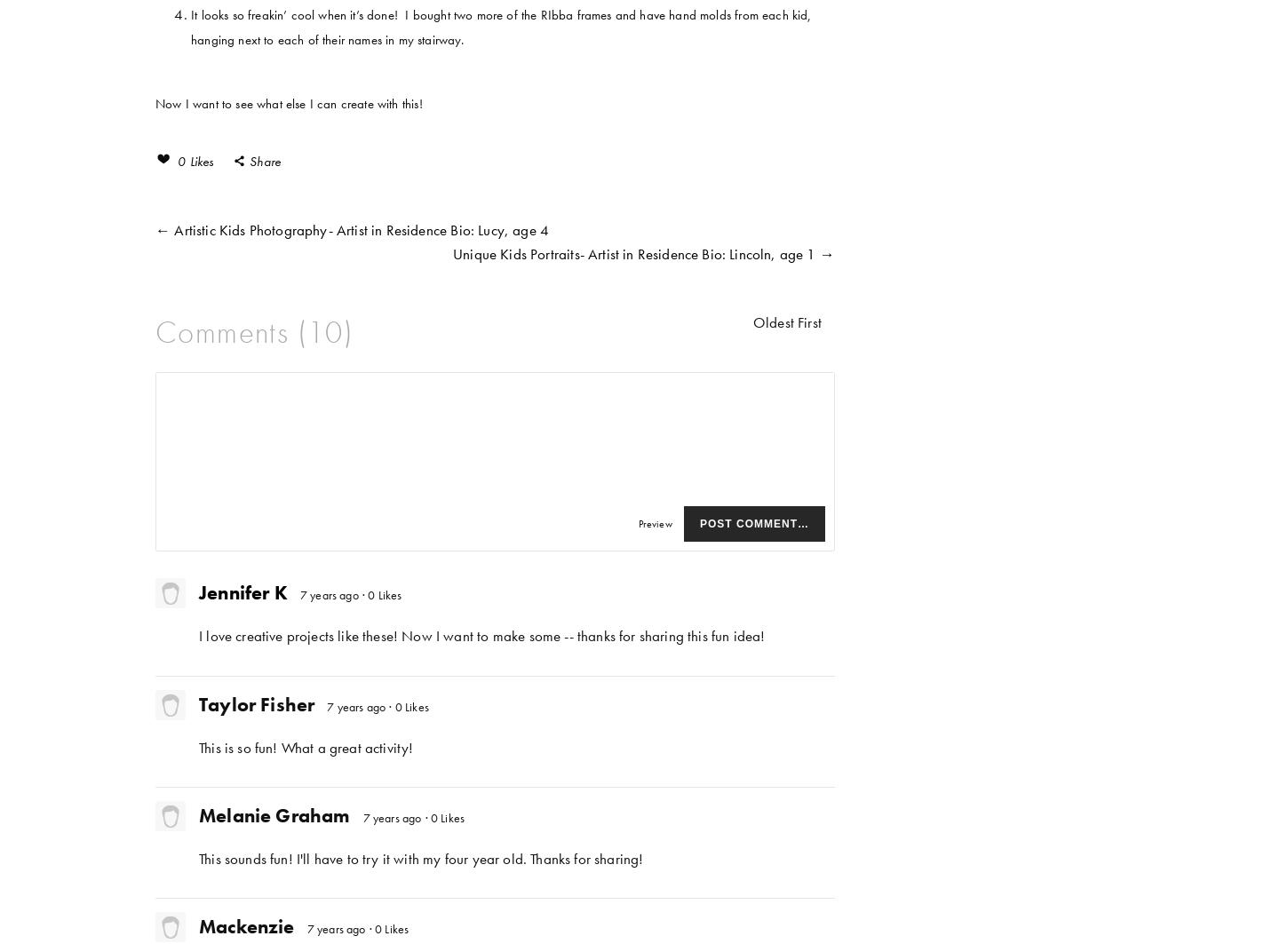 The height and width of the screenshot is (944, 1288). What do you see at coordinates (753, 522) in the screenshot?
I see `'Post Comment…'` at bounding box center [753, 522].